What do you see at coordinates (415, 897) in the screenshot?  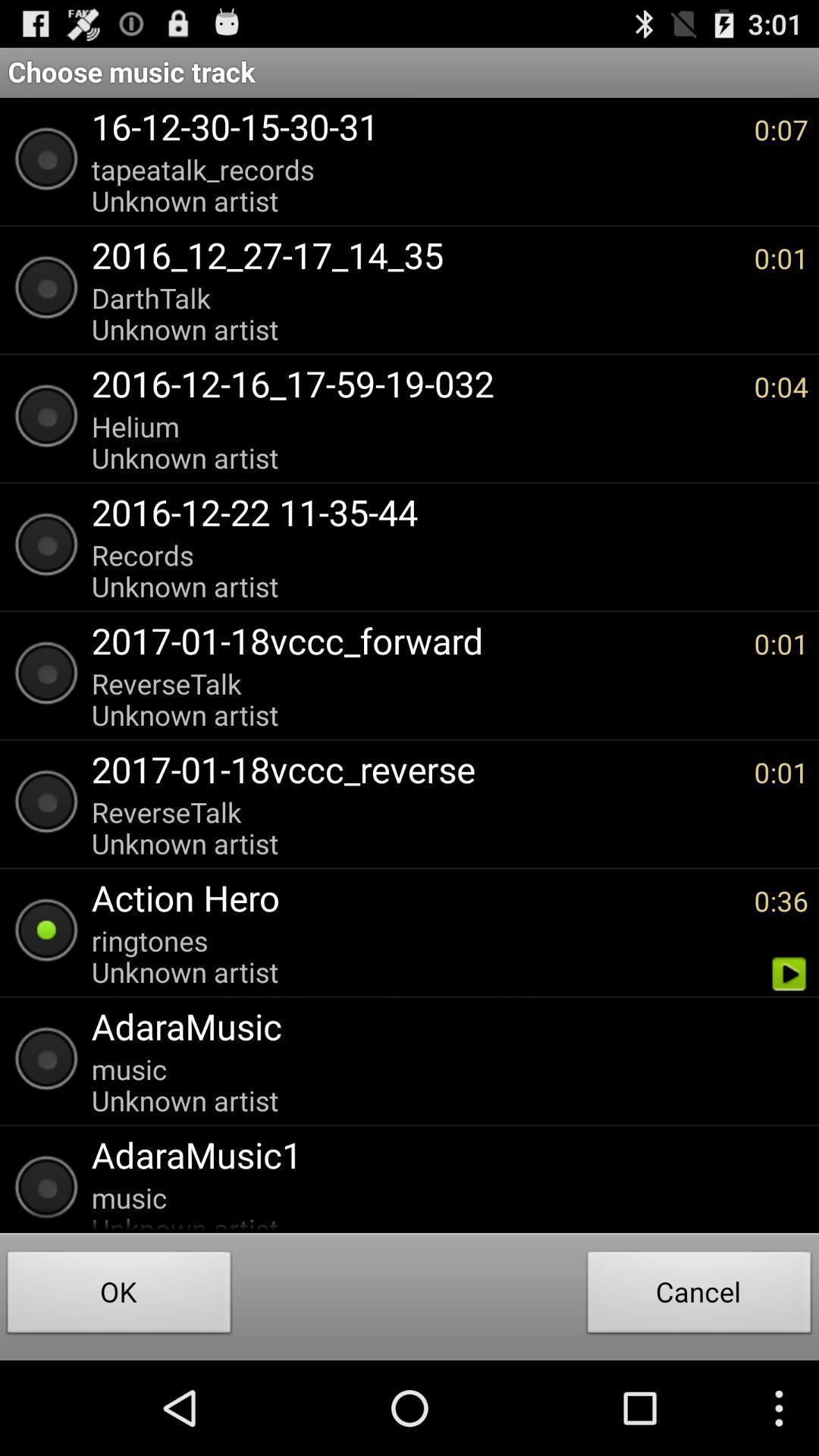 I see `the icon above the ringtones` at bounding box center [415, 897].